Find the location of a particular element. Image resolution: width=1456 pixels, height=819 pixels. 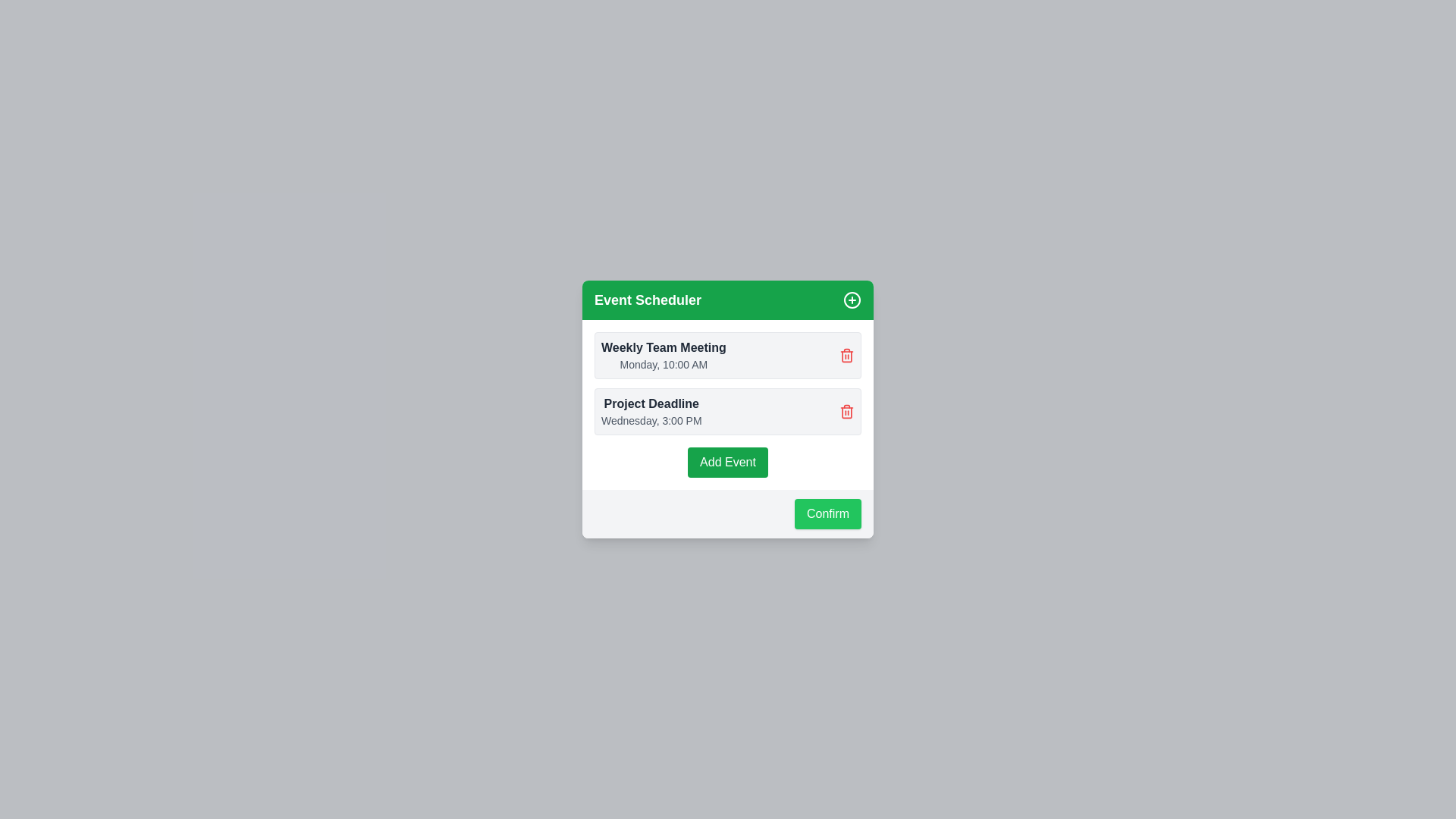

the close button located at the top-right corner of the dialog is located at coordinates (852, 300).